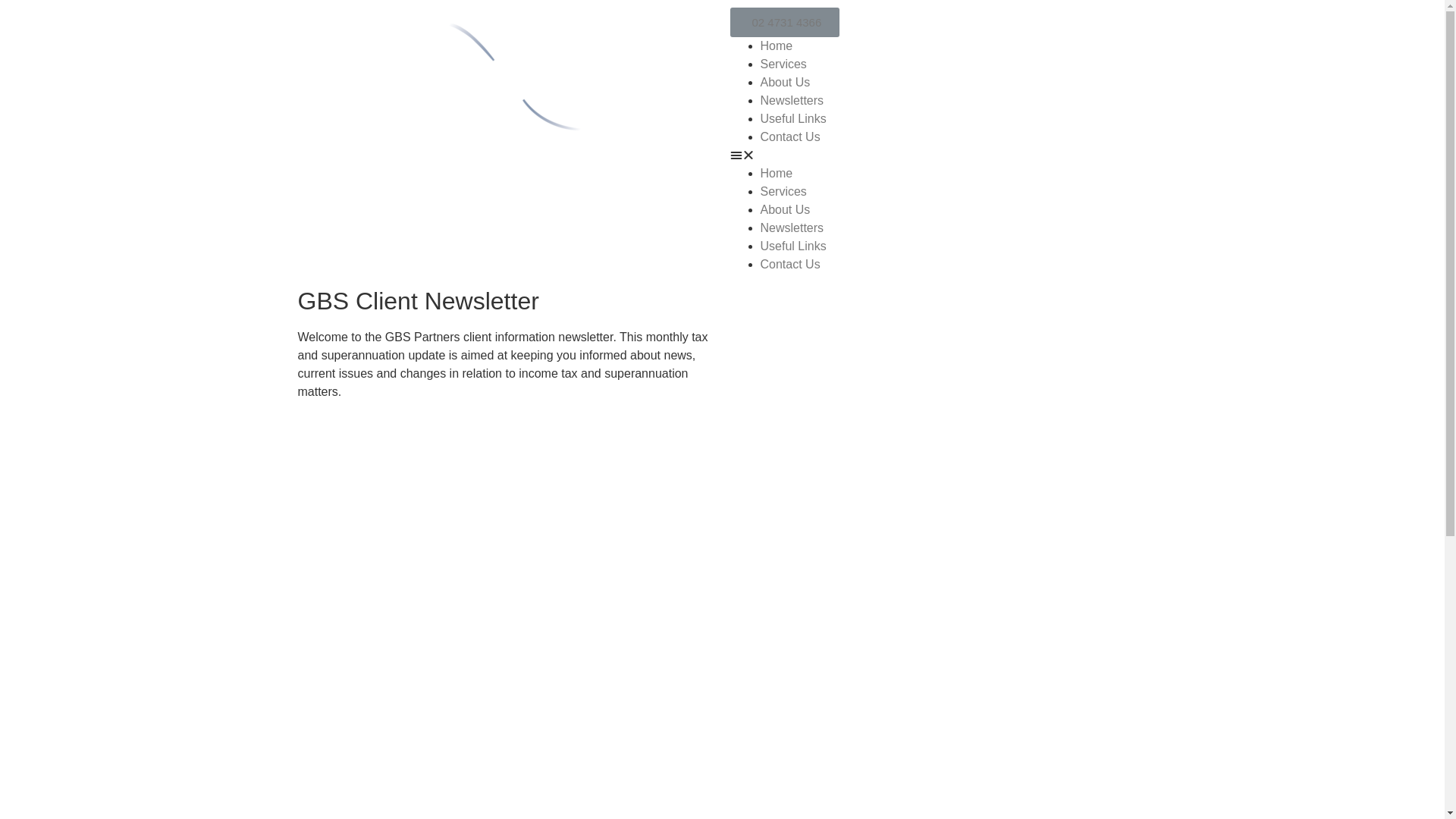 This screenshot has height=819, width=1456. What do you see at coordinates (792, 118) in the screenshot?
I see `'Useful Links'` at bounding box center [792, 118].